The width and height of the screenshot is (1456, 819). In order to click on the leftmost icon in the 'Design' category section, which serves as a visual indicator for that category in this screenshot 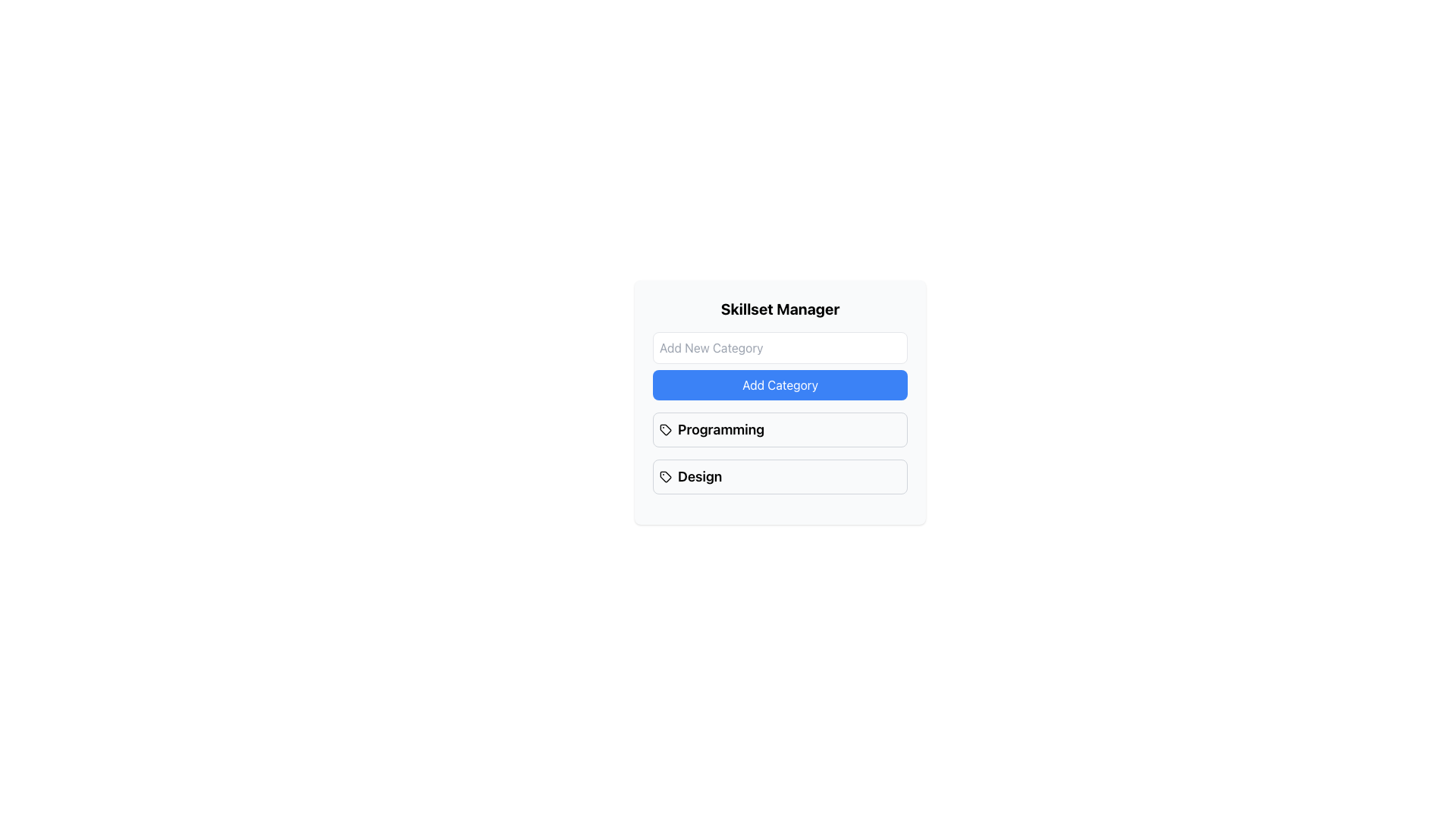, I will do `click(666, 475)`.